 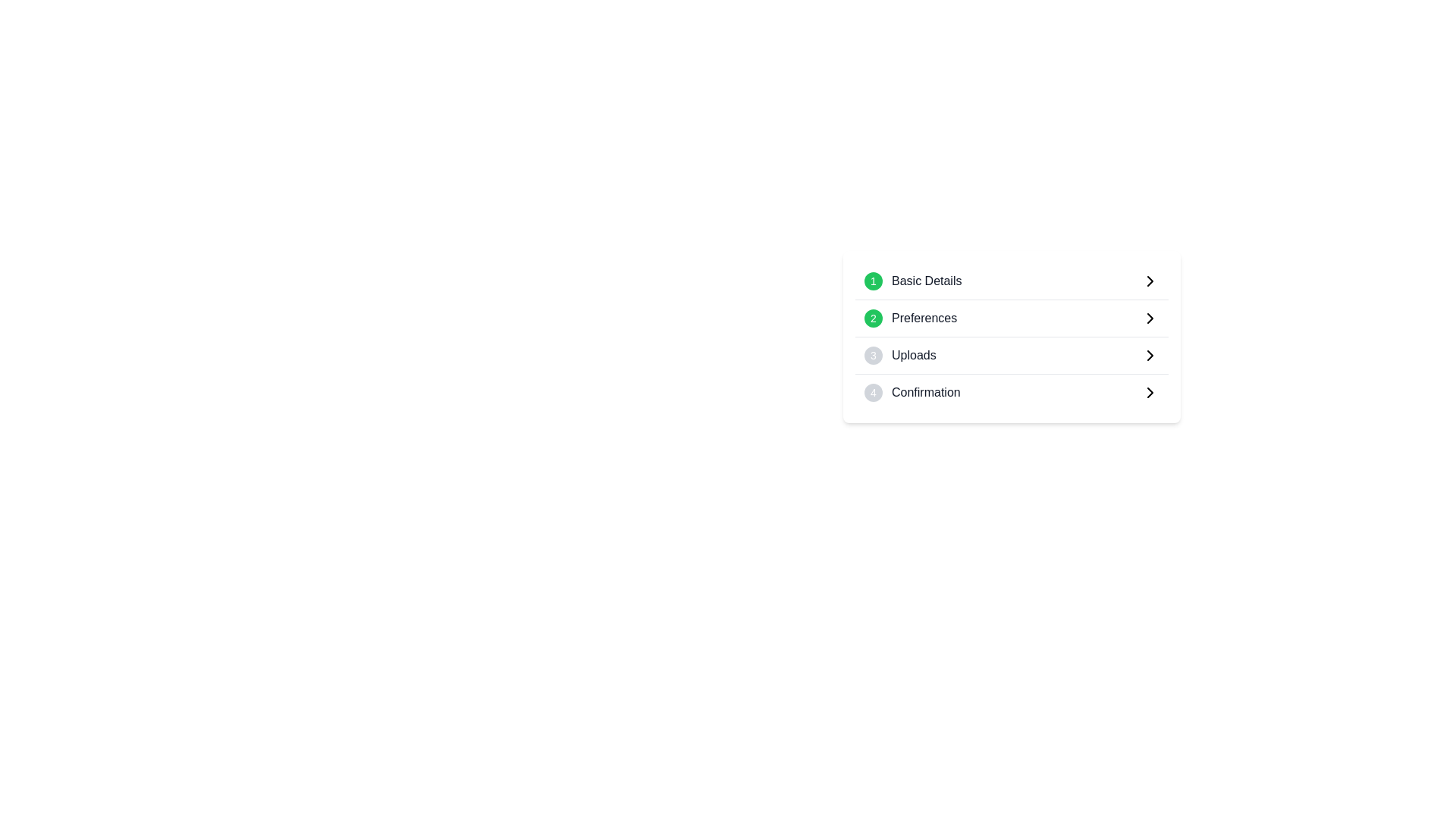 I want to click on the third item in the vertical list, which serves as a navigation link to the 'Uploads' section, so click(x=1012, y=356).